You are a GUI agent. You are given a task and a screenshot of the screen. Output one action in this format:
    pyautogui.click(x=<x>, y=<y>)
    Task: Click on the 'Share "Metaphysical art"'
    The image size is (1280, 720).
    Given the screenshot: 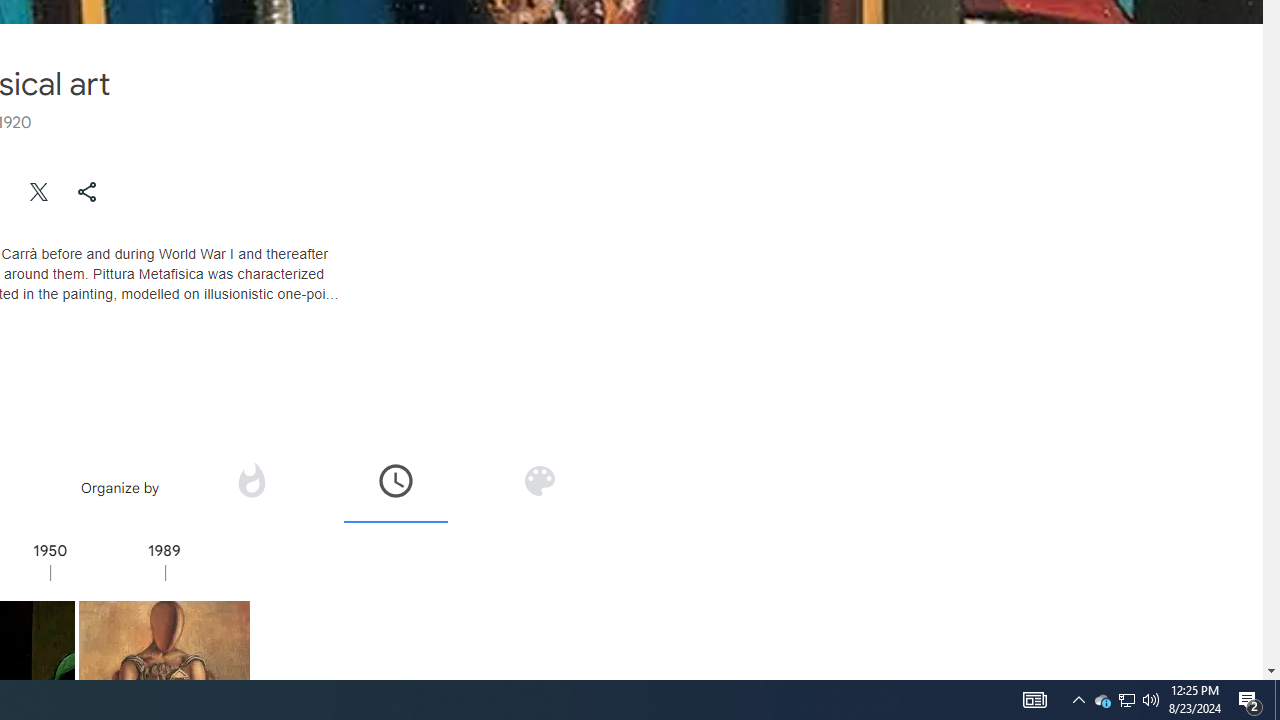 What is the action you would take?
    pyautogui.click(x=86, y=191)
    